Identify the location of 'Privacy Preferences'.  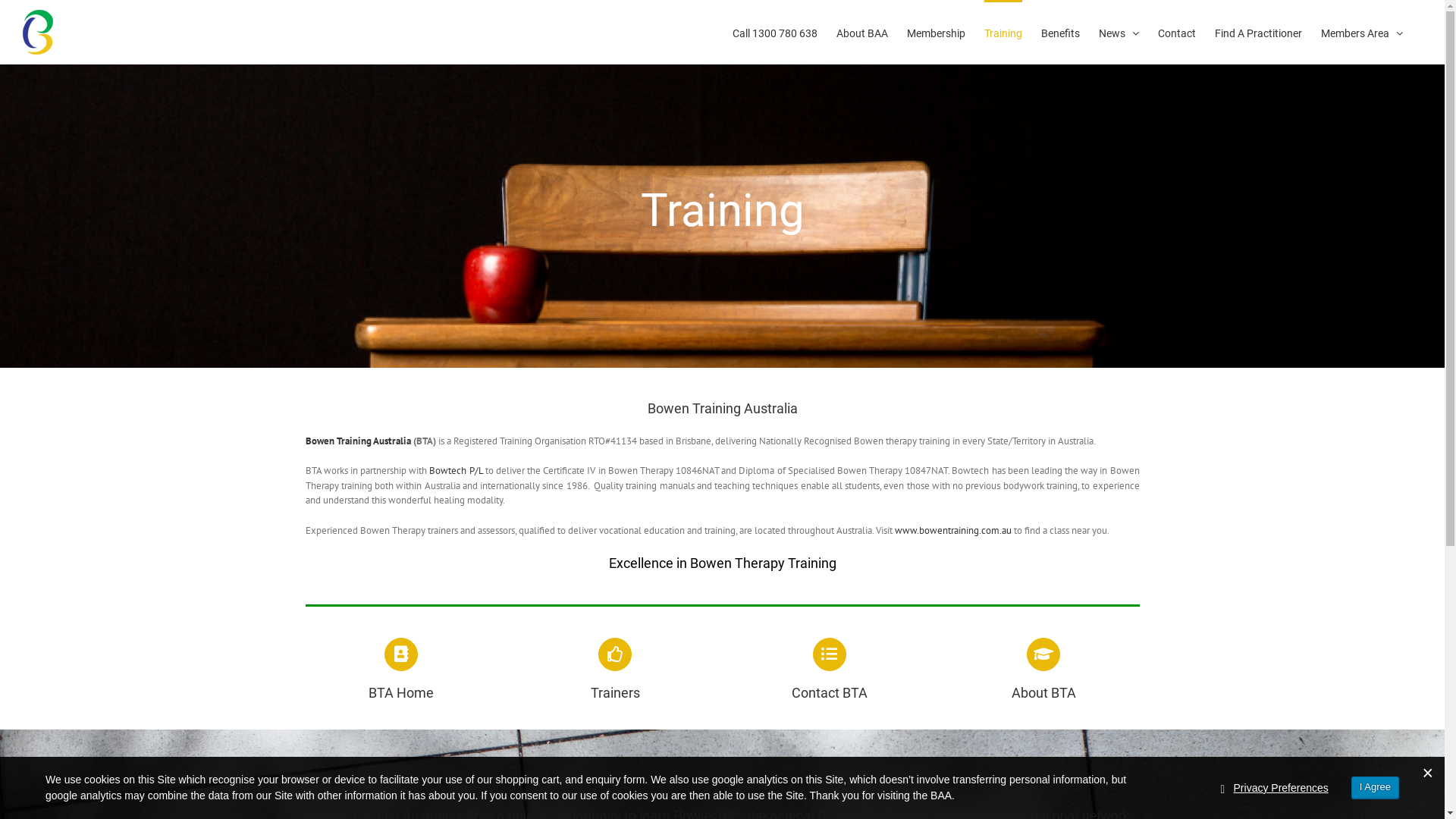
(1280, 787).